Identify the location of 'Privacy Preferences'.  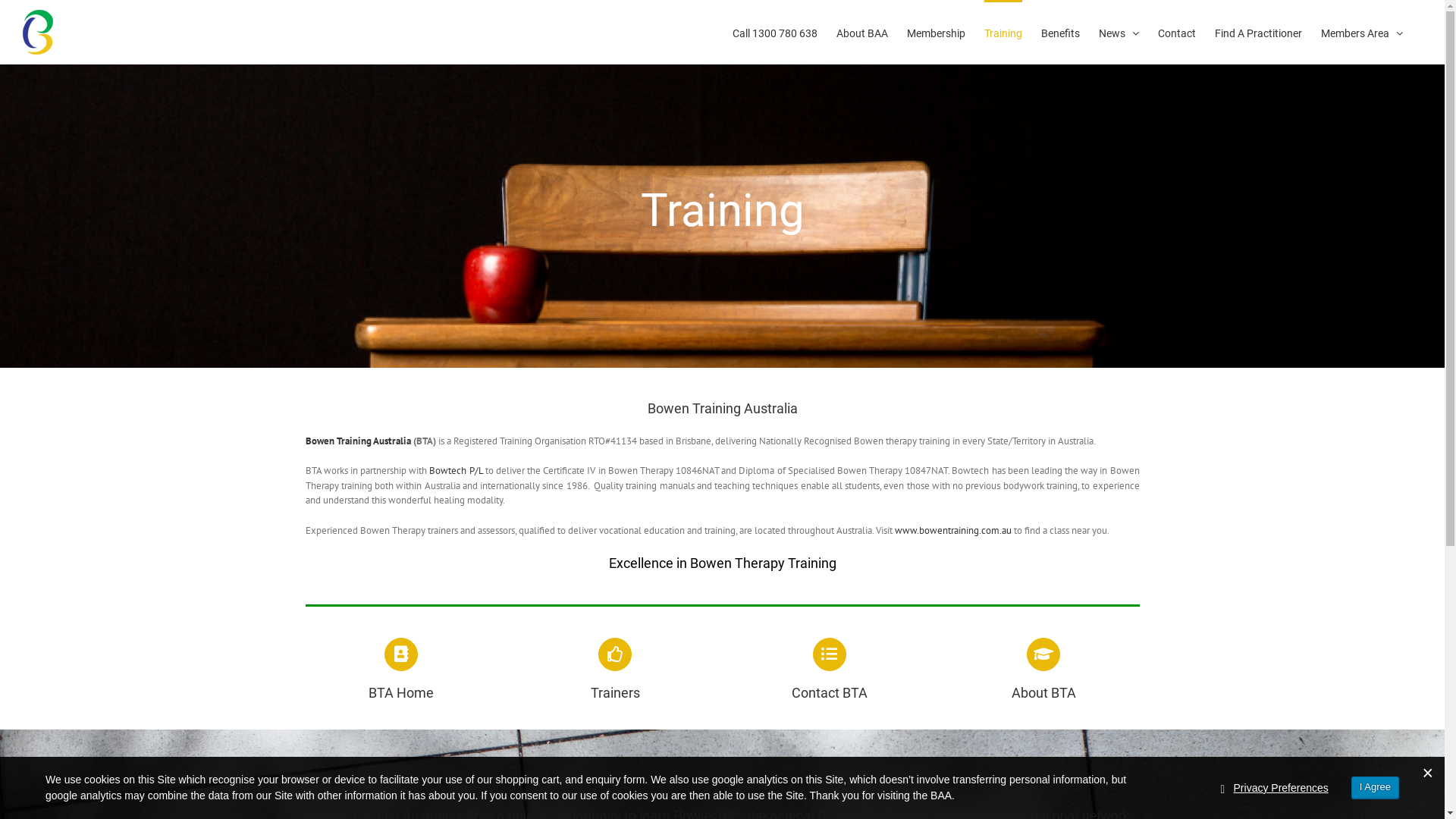
(1280, 787).